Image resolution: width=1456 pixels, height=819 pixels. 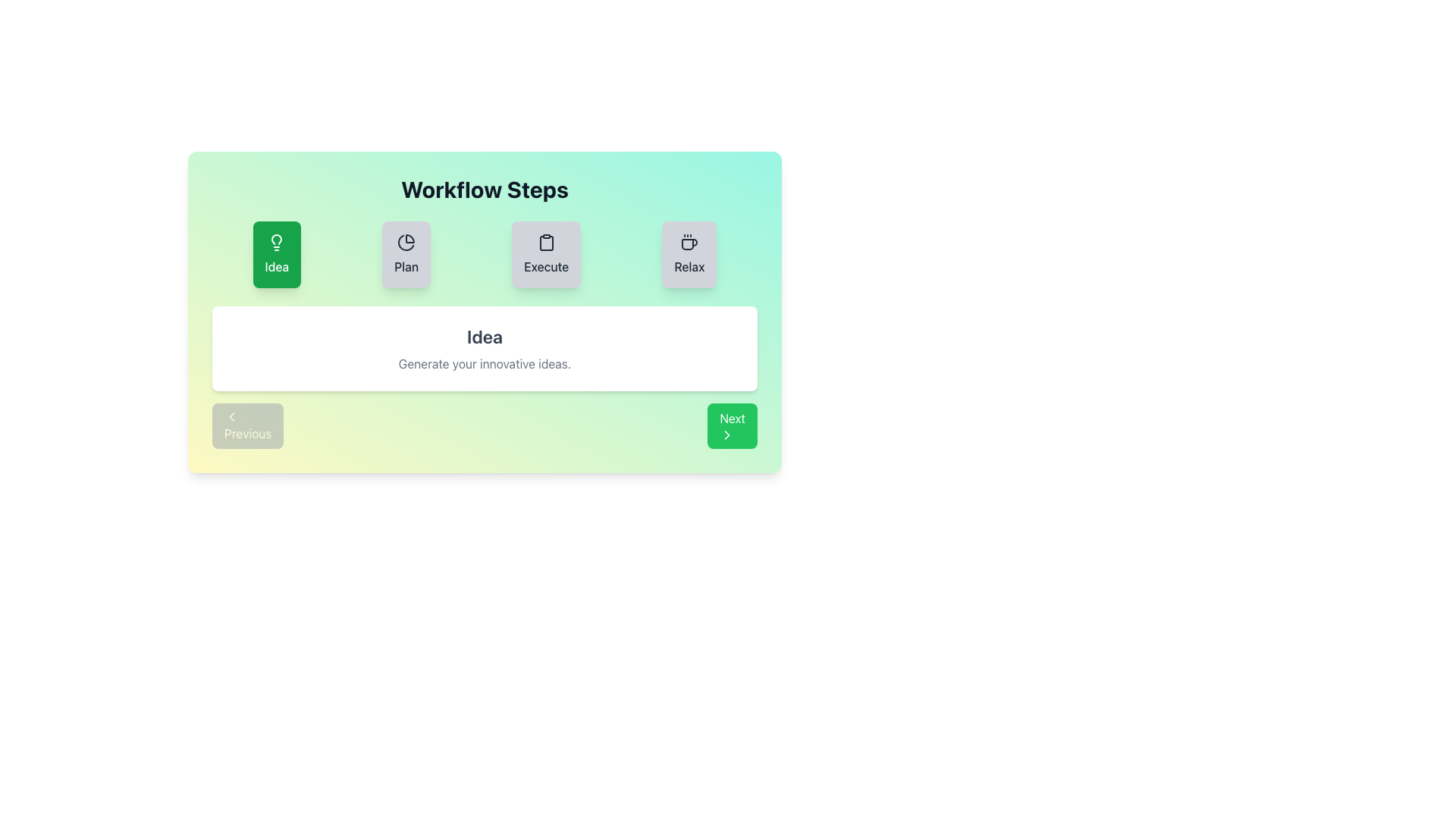 I want to click on the visual design of the navigation icon located to the right of the green 'Next' button in the bottom-right part of the interface, so click(x=726, y=435).